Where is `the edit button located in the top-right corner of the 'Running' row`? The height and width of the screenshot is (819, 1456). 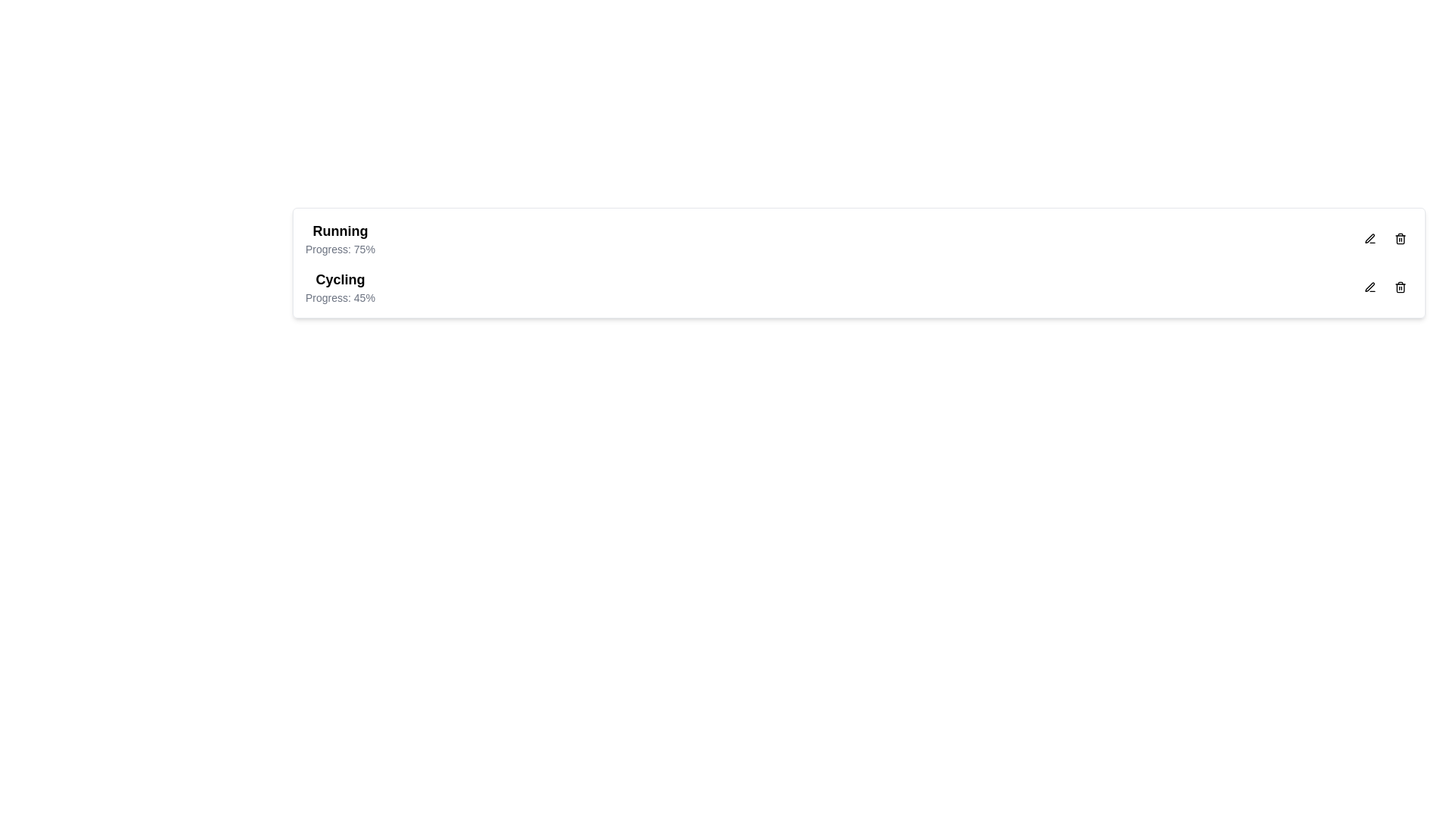
the edit button located in the top-right corner of the 'Running' row is located at coordinates (1370, 239).